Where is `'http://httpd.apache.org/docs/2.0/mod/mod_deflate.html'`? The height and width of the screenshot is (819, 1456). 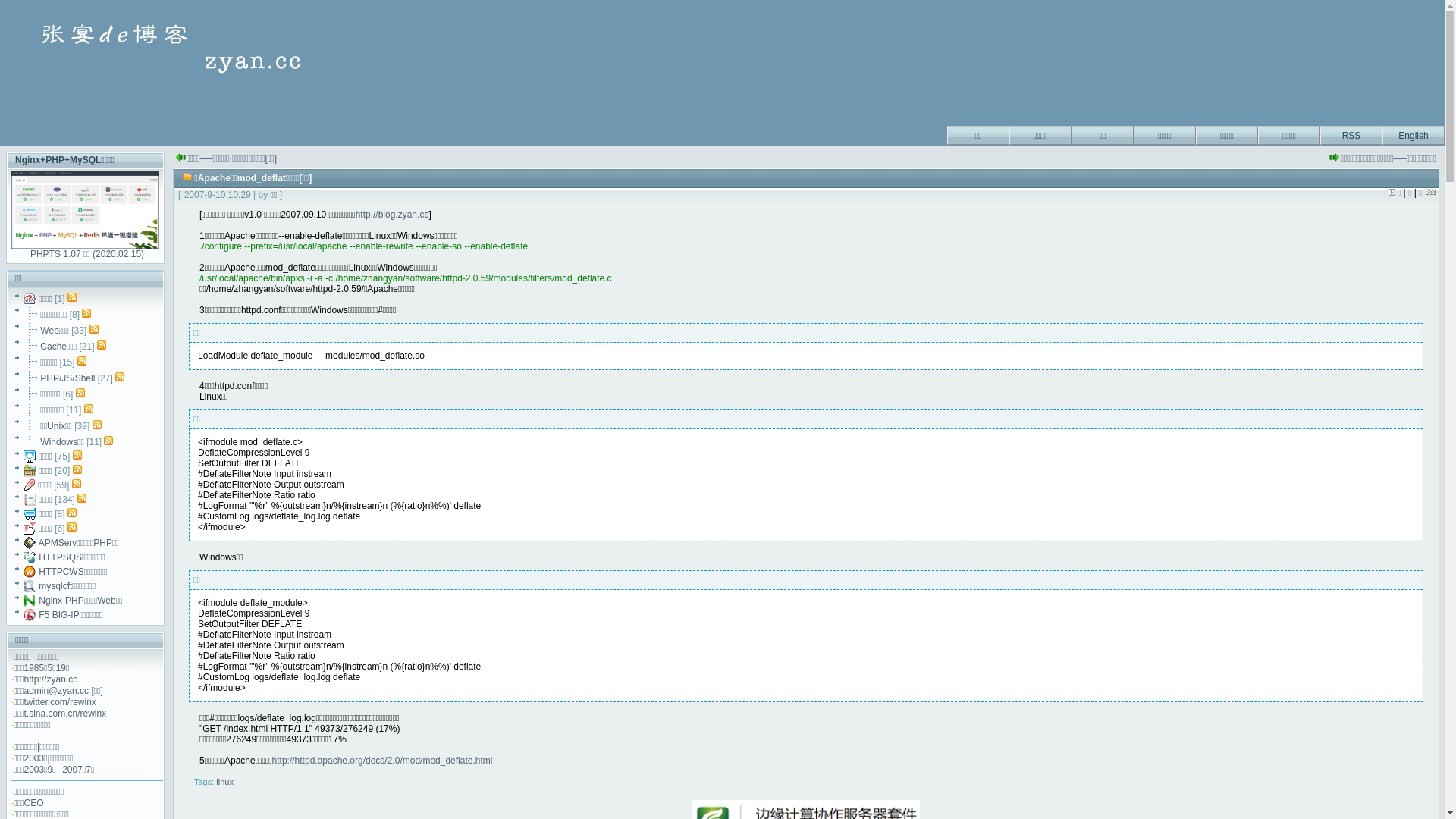 'http://httpd.apache.org/docs/2.0/mod/mod_deflate.html' is located at coordinates (382, 760).